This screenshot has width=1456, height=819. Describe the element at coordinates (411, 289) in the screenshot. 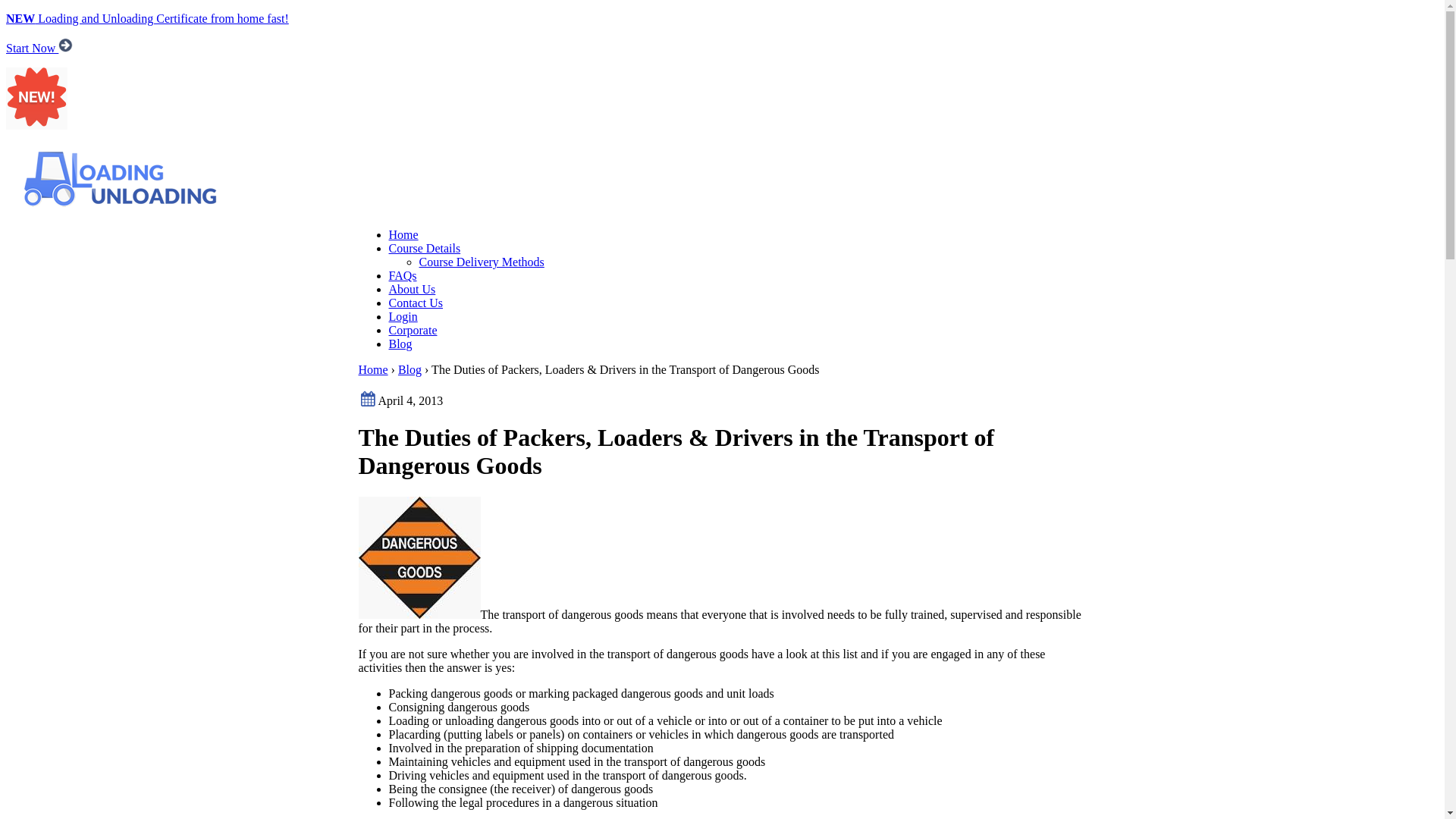

I see `'About Us'` at that location.